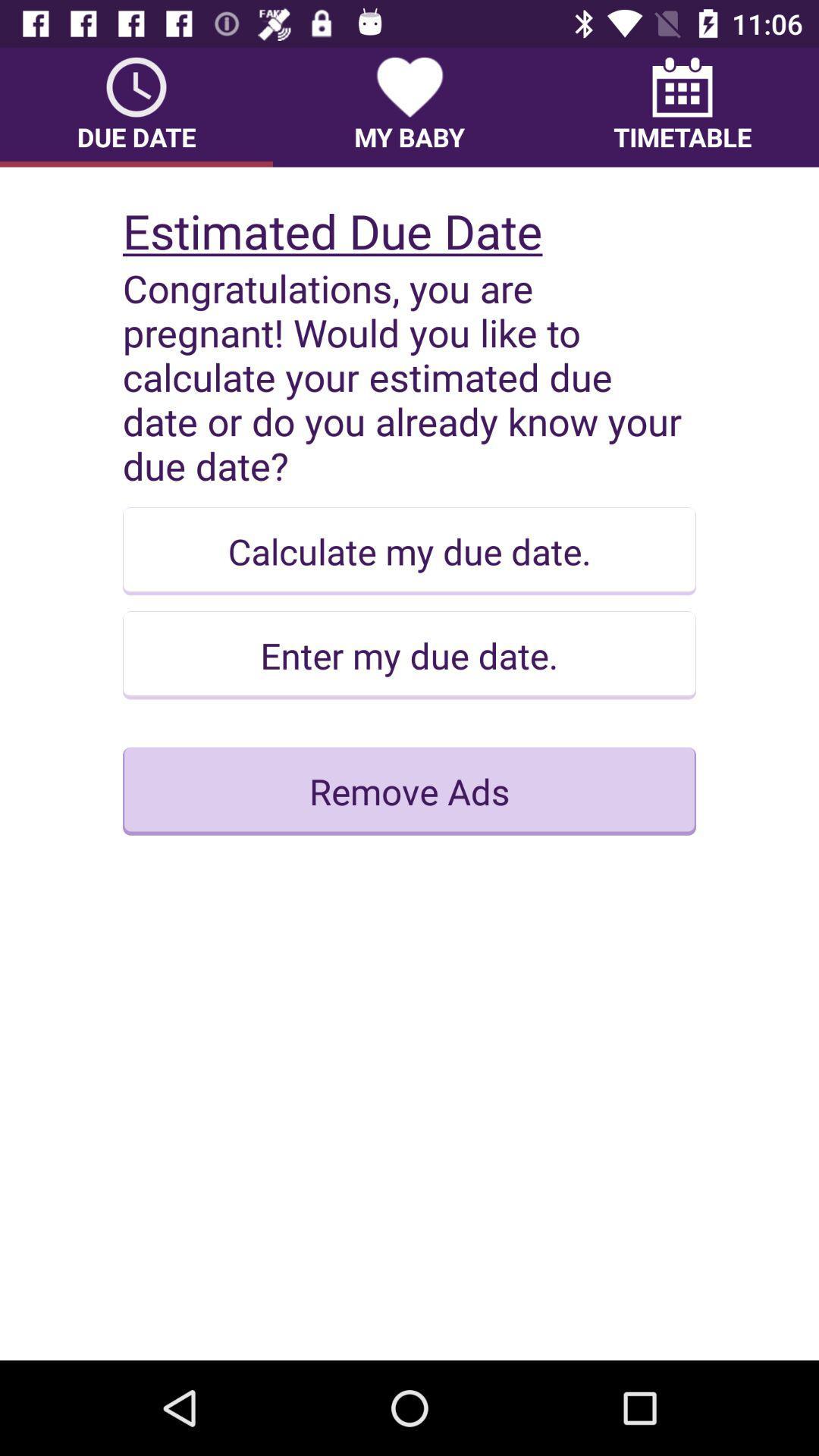  What do you see at coordinates (681, 106) in the screenshot?
I see `the icon above the estimated due date` at bounding box center [681, 106].